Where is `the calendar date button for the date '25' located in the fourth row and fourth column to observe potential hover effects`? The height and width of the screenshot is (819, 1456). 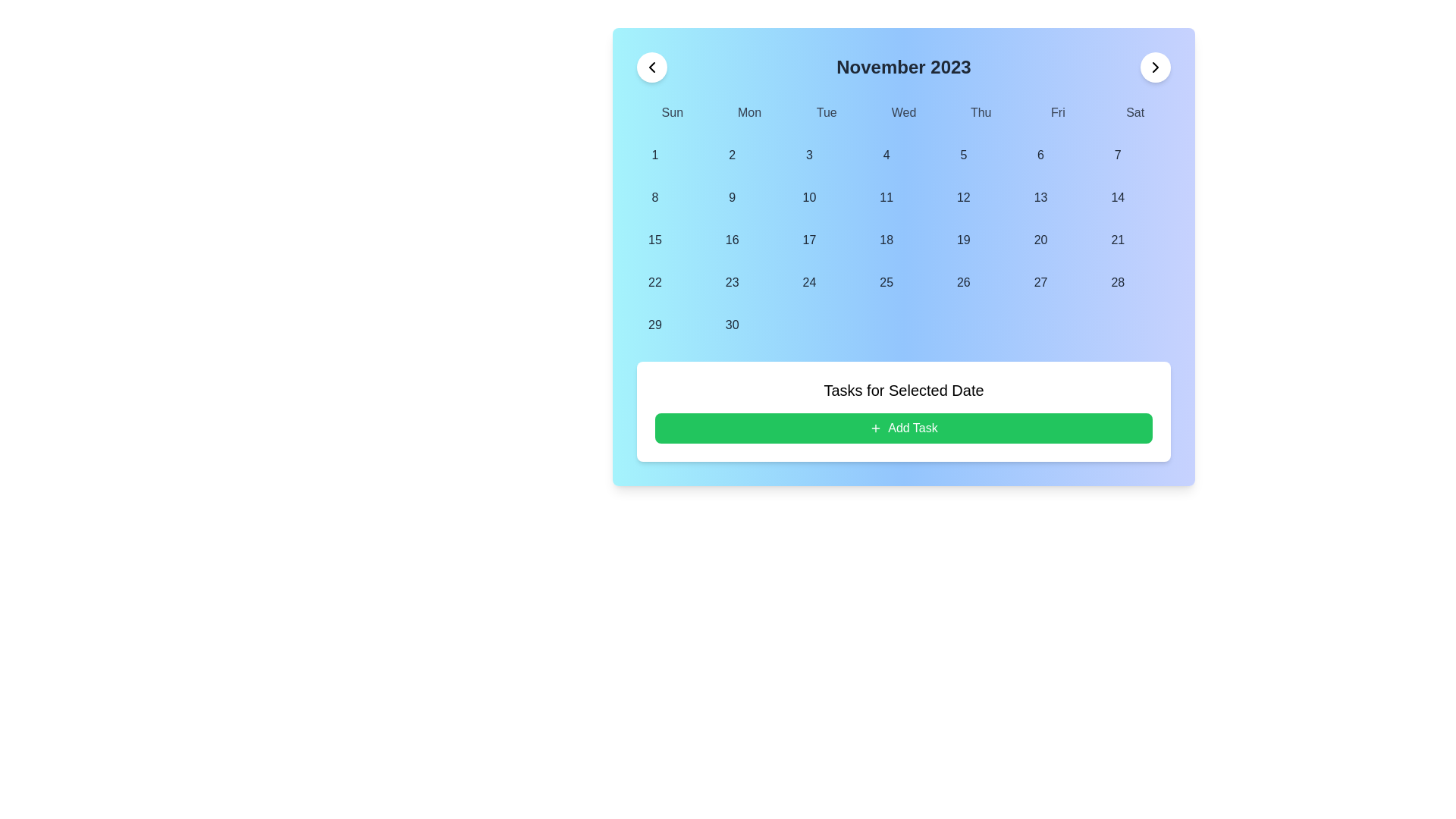
the calendar date button for the date '25' located in the fourth row and fourth column to observe potential hover effects is located at coordinates (886, 283).